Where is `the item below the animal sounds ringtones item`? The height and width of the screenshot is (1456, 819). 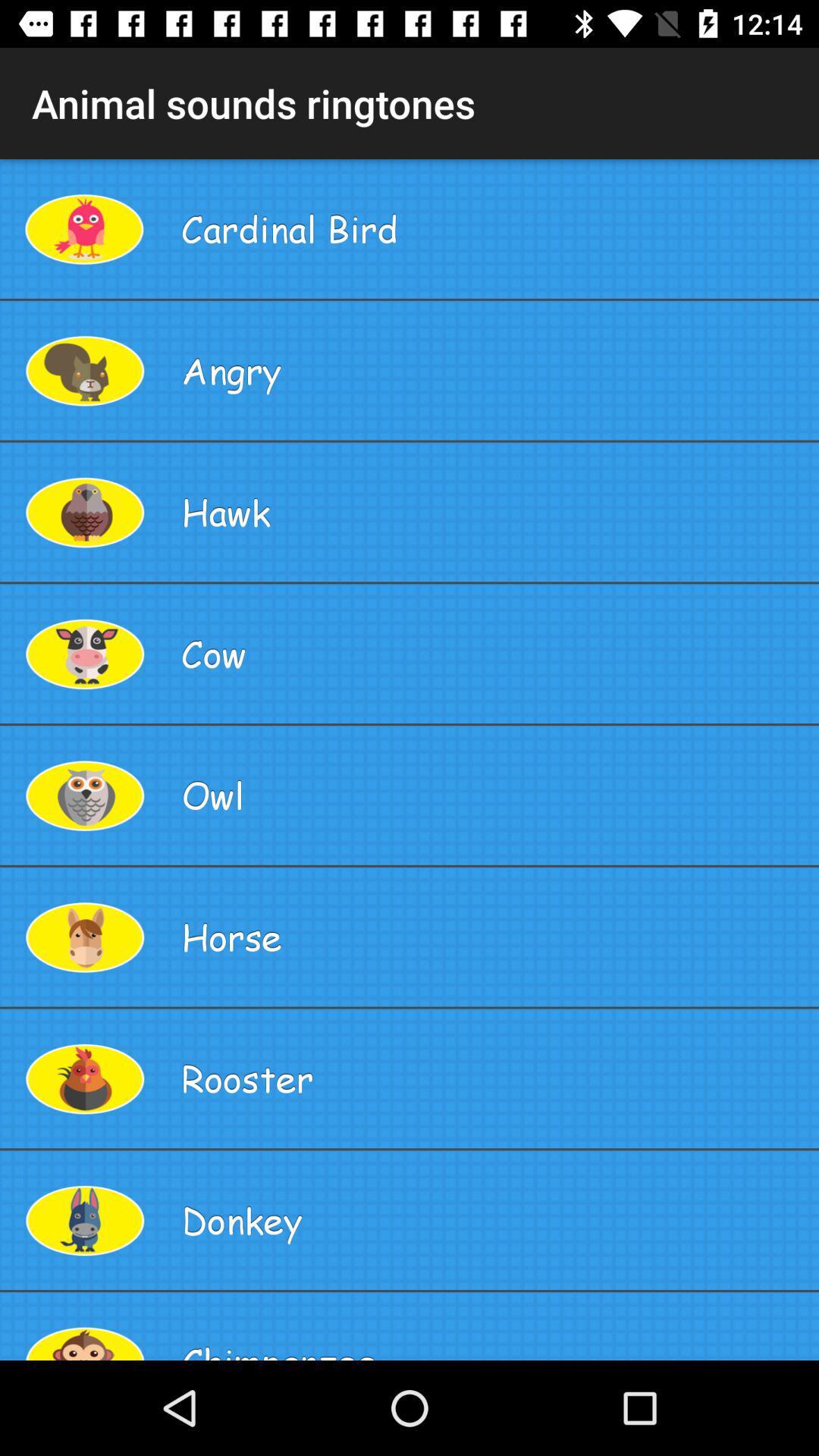
the item below the animal sounds ringtones item is located at coordinates (494, 227).